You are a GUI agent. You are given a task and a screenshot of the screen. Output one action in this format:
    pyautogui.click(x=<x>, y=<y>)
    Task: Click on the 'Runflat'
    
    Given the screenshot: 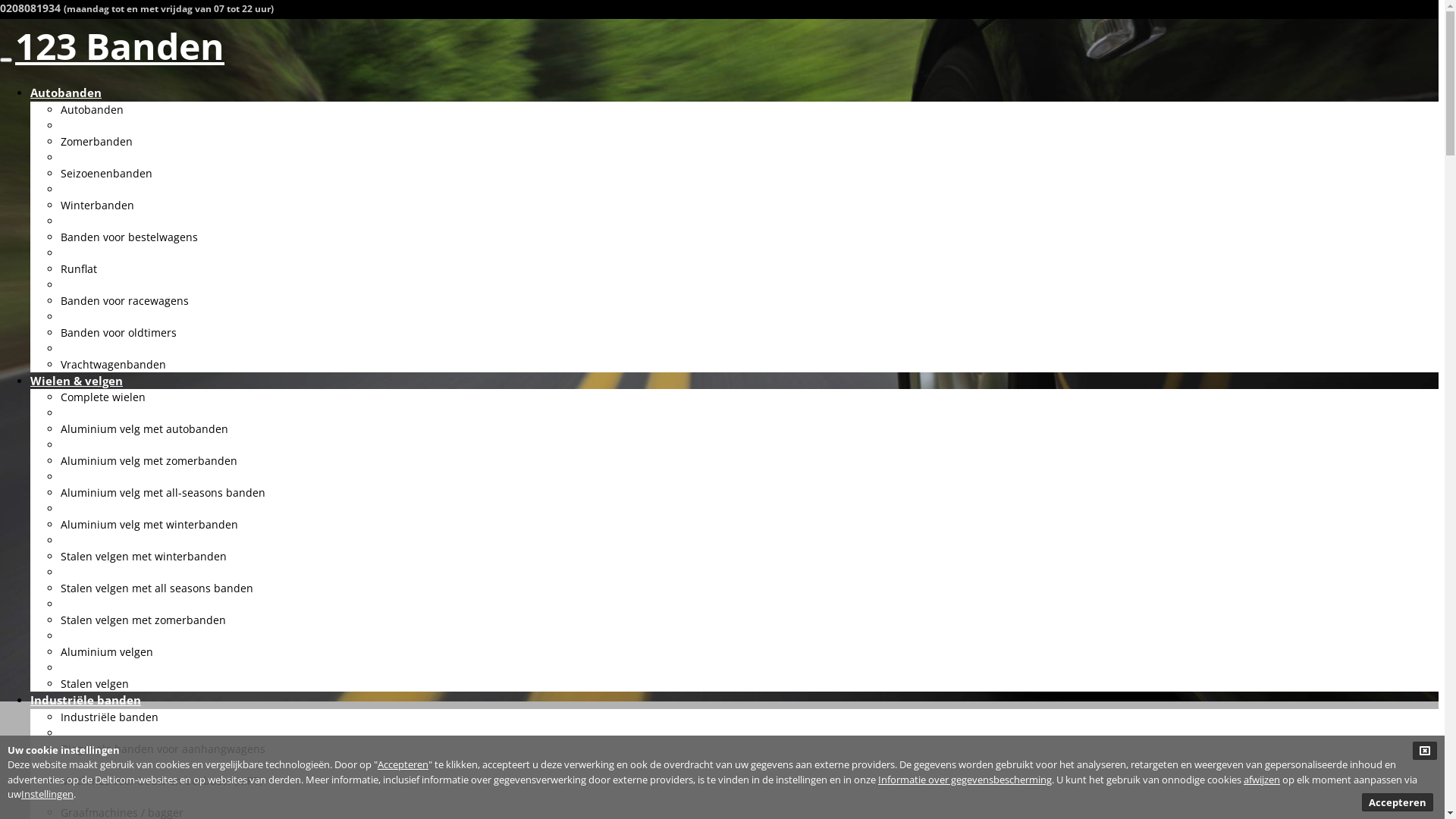 What is the action you would take?
    pyautogui.click(x=78, y=267)
    